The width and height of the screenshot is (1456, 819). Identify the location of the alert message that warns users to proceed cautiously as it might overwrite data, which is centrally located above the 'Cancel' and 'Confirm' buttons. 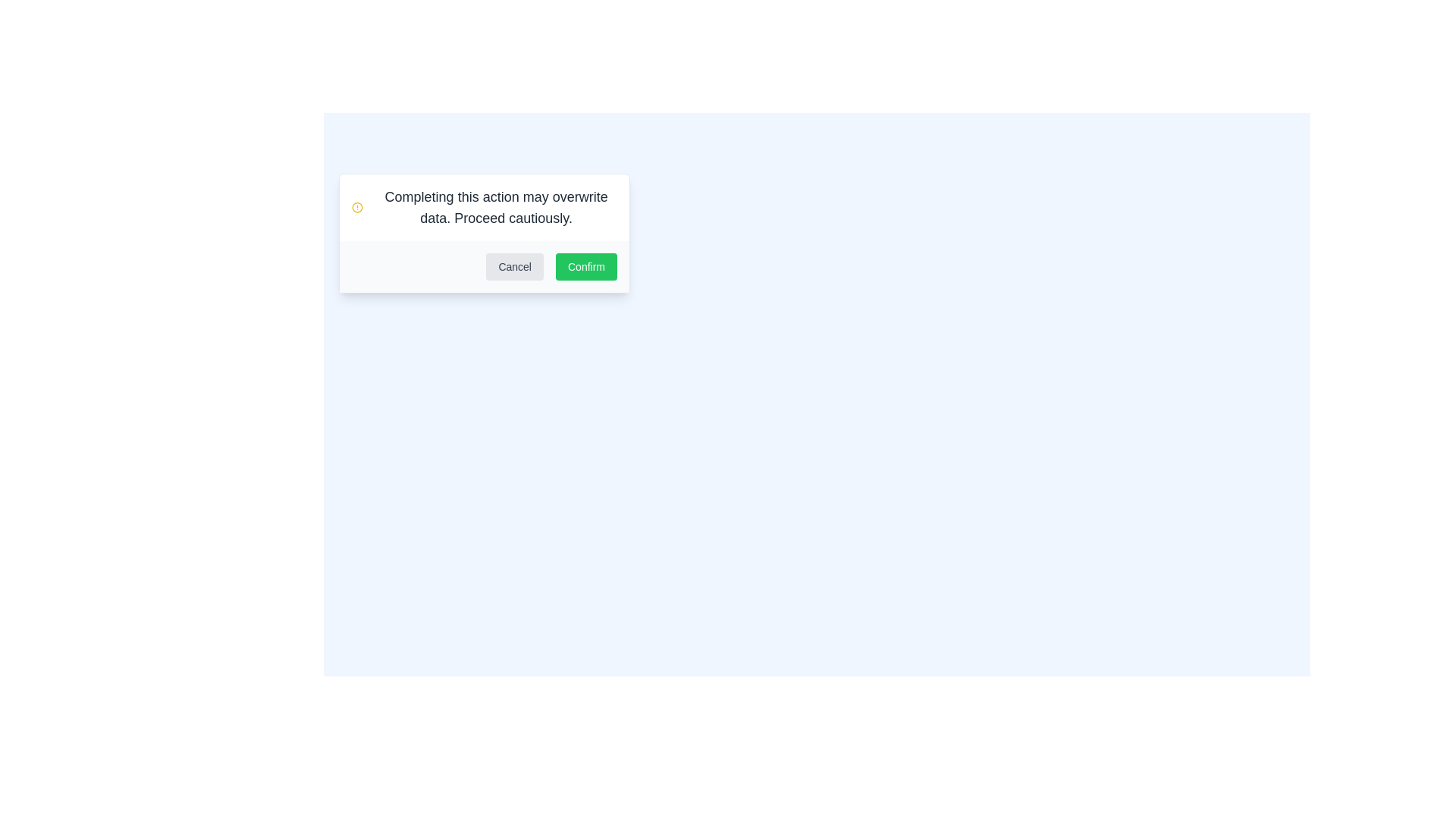
(483, 207).